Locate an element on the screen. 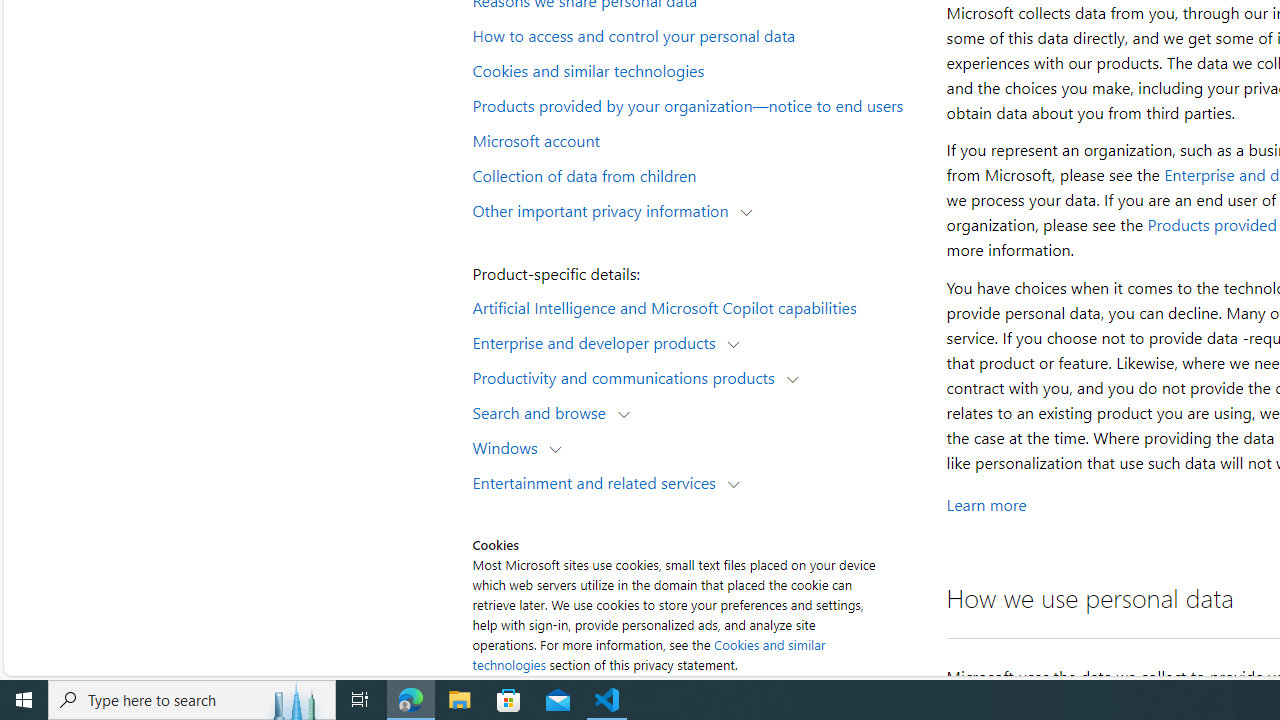 This screenshot has width=1280, height=720. 'Collection of data from children' is located at coordinates (696, 173).